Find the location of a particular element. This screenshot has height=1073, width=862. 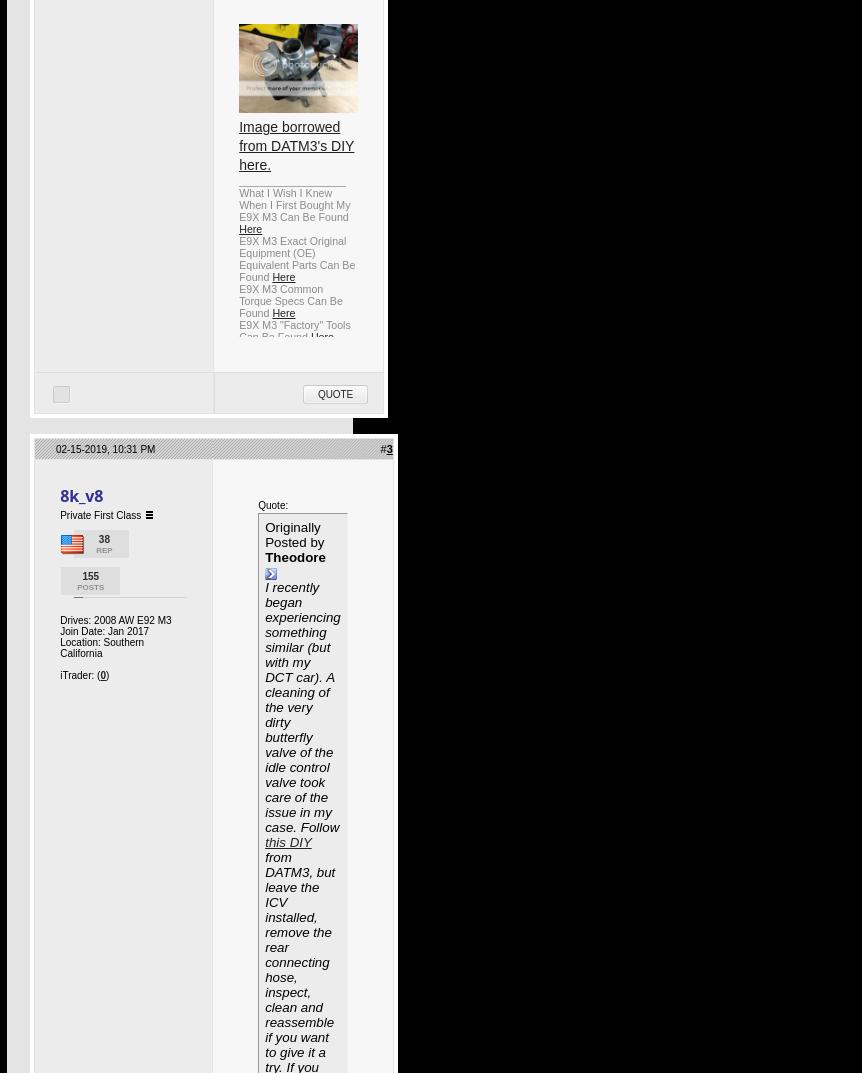

'#' is located at coordinates (378, 449).